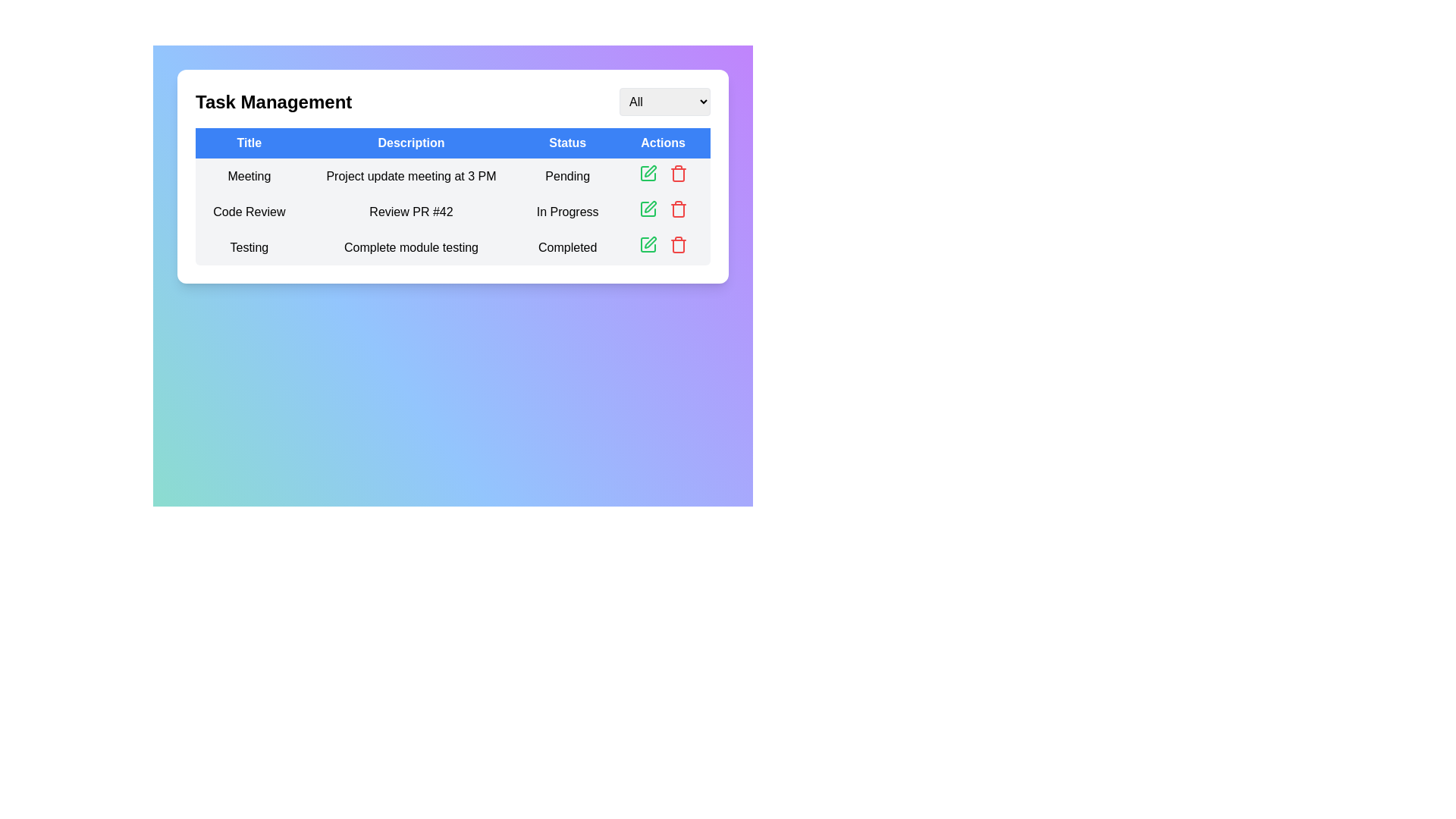 This screenshot has height=819, width=1456. What do you see at coordinates (677, 209) in the screenshot?
I see `the delete button icon for the 'Code Review' task, which is the second action icon in the actions column of the second row` at bounding box center [677, 209].